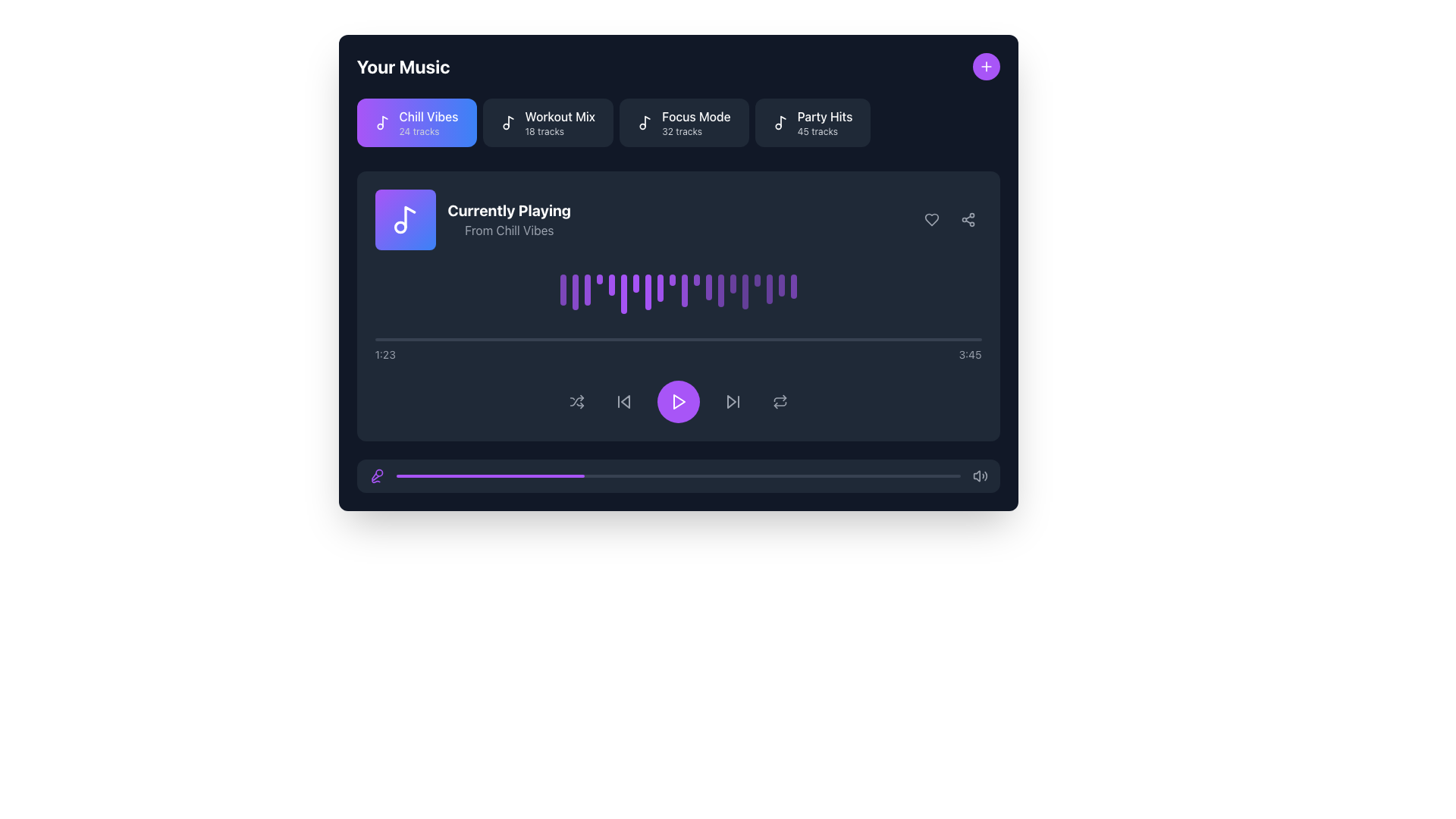 This screenshot has width=1456, height=819. I want to click on the previous track button located on the bottom control bar of the music player interface, so click(623, 401).